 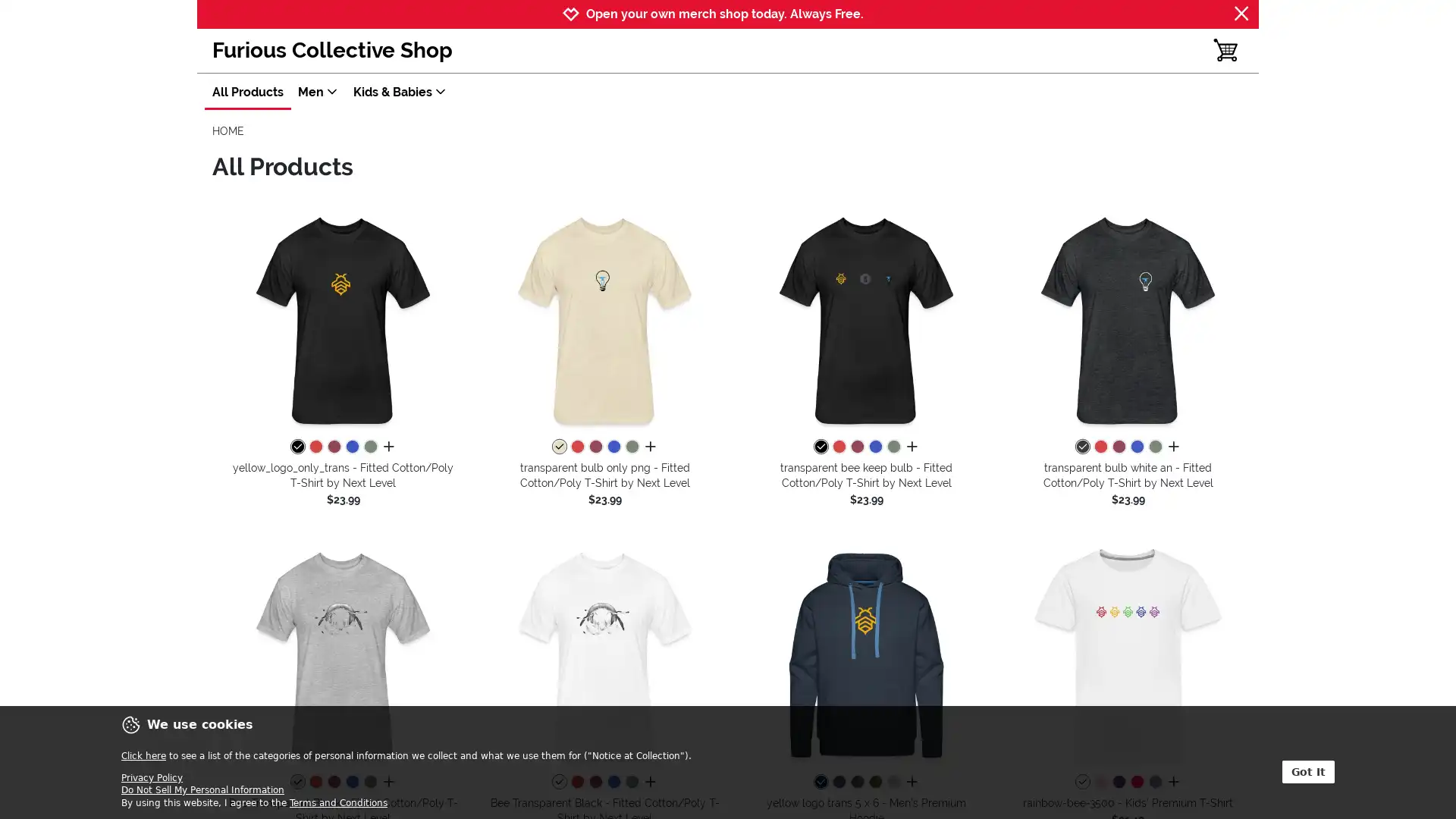 What do you see at coordinates (893, 783) in the screenshot?
I see `heather grey` at bounding box center [893, 783].